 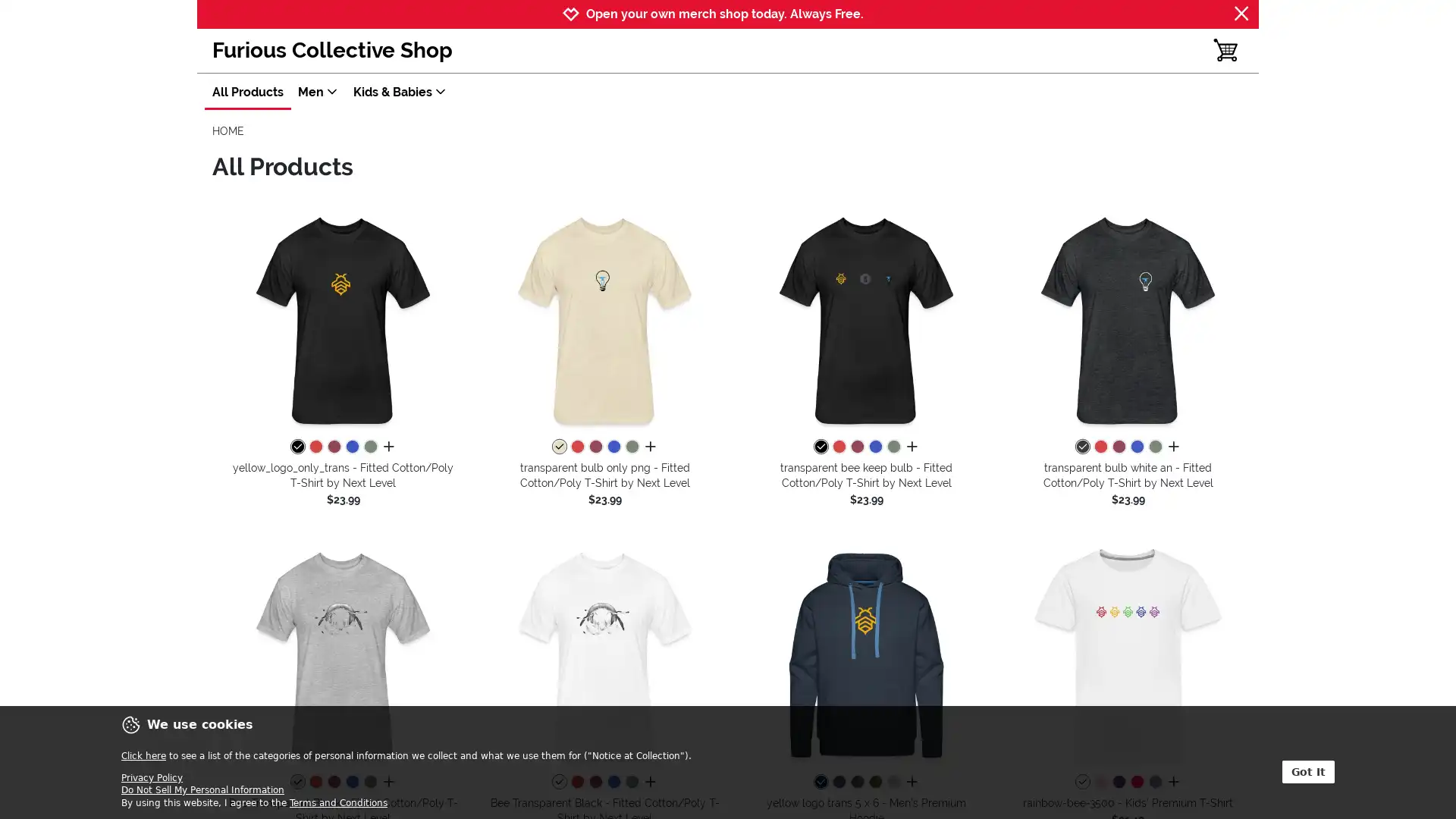 What do you see at coordinates (893, 783) in the screenshot?
I see `heather grey` at bounding box center [893, 783].